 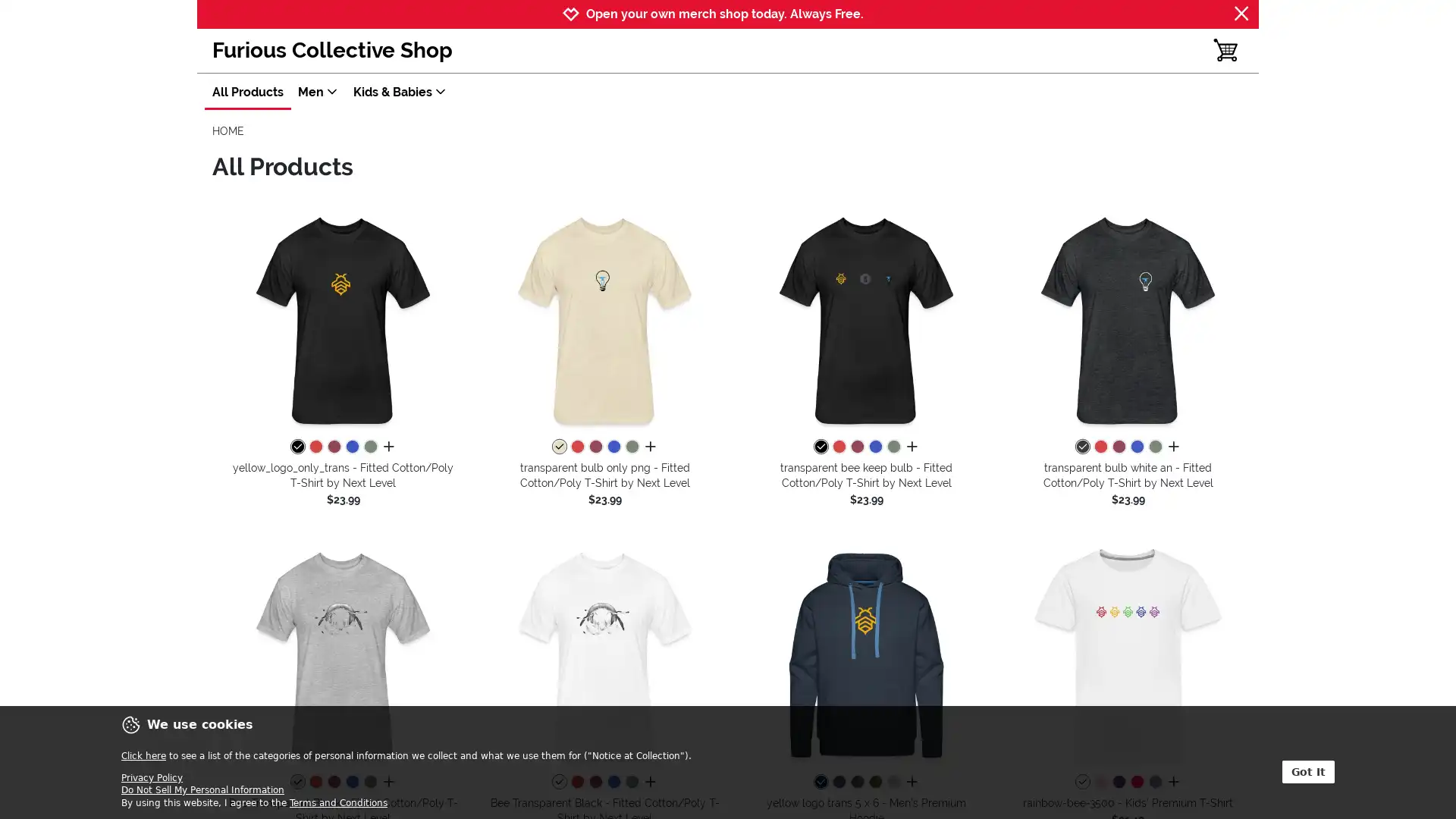 What do you see at coordinates (893, 783) in the screenshot?
I see `heather grey` at bounding box center [893, 783].